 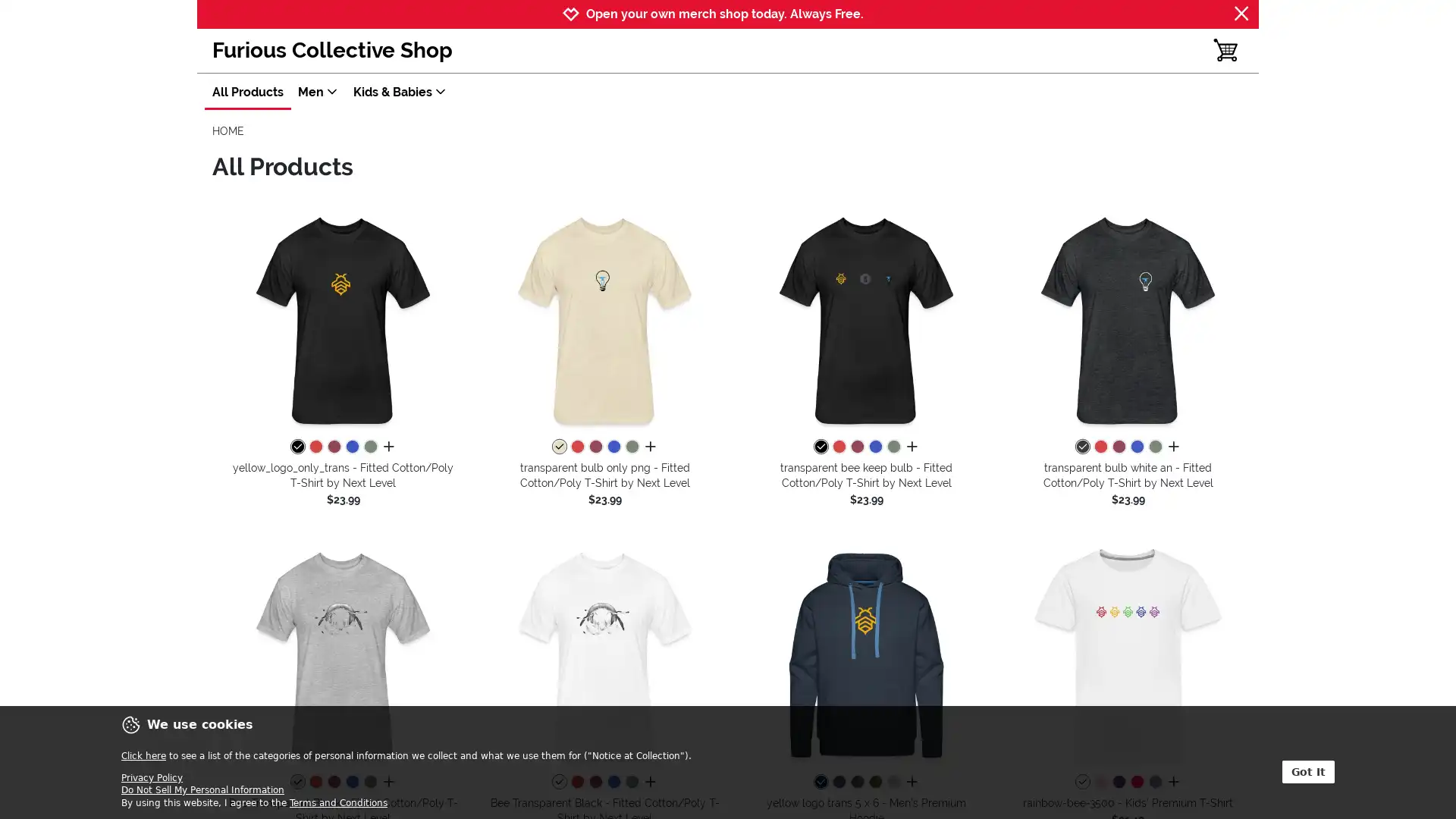 What do you see at coordinates (893, 783) in the screenshot?
I see `heather grey` at bounding box center [893, 783].